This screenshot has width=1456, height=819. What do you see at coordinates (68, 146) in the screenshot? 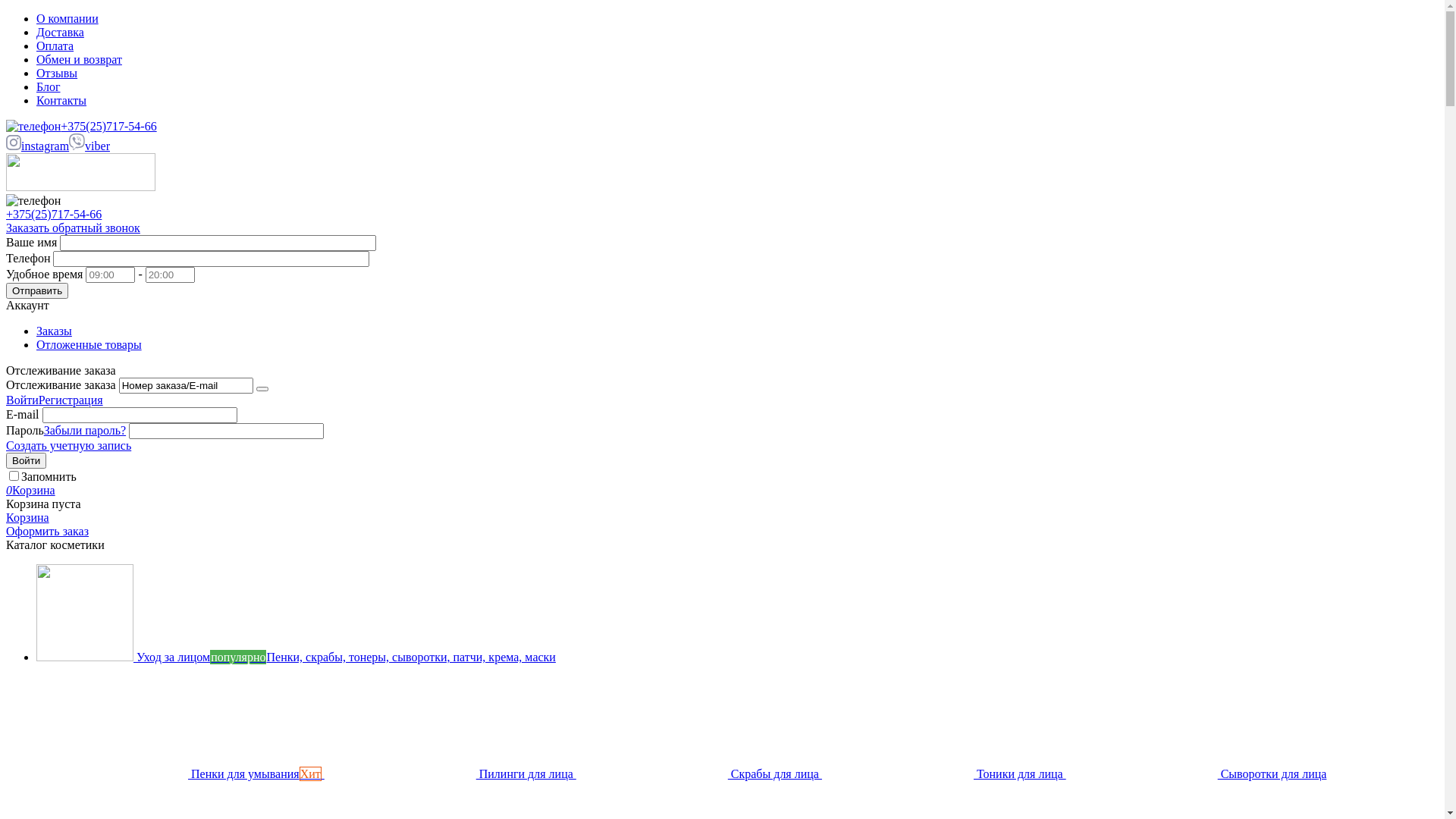
I see `'viber'` at bounding box center [68, 146].